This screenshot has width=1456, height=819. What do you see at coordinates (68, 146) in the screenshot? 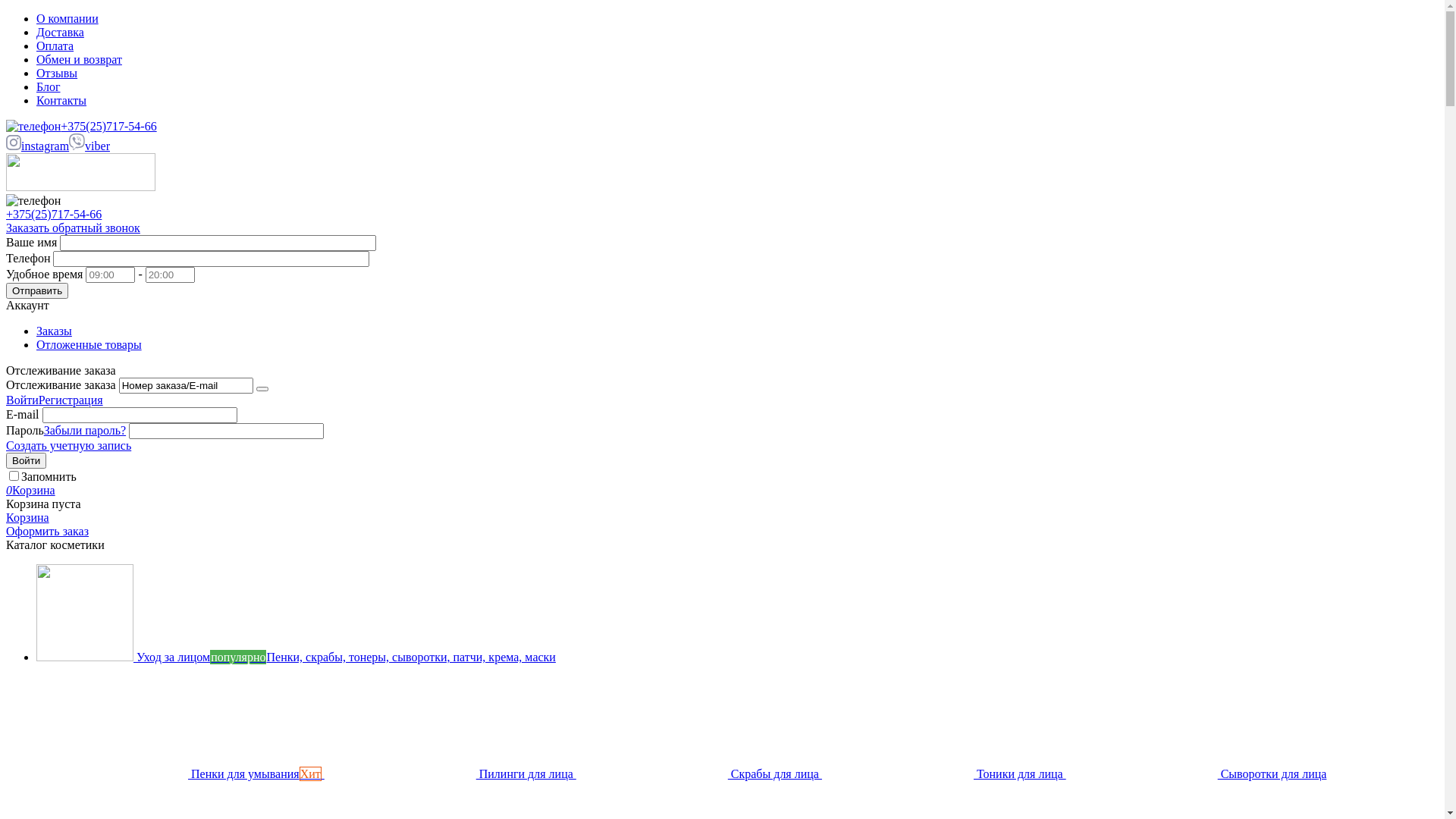
I see `'viber'` at bounding box center [68, 146].